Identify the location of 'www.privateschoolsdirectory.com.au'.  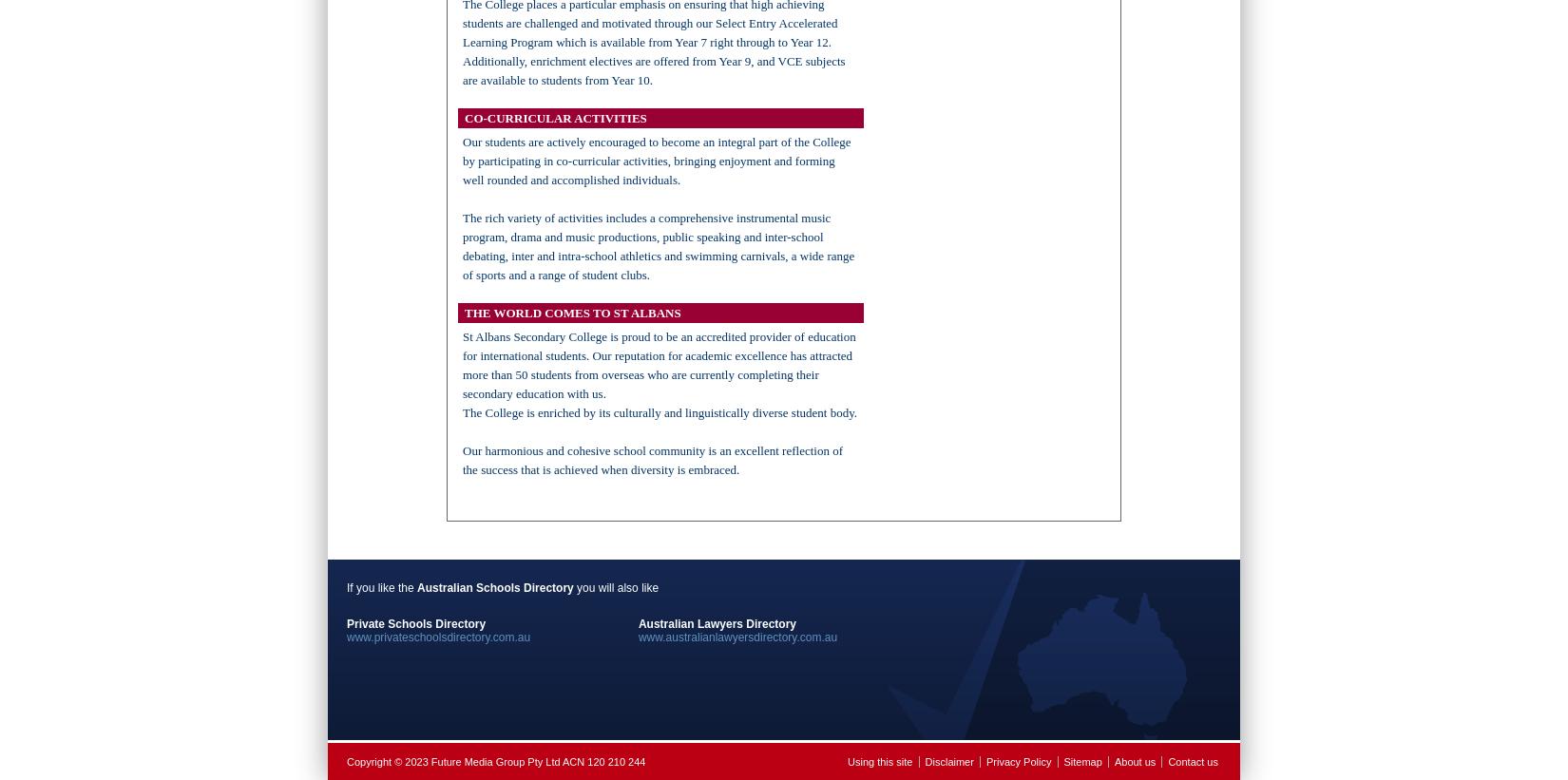
(437, 637).